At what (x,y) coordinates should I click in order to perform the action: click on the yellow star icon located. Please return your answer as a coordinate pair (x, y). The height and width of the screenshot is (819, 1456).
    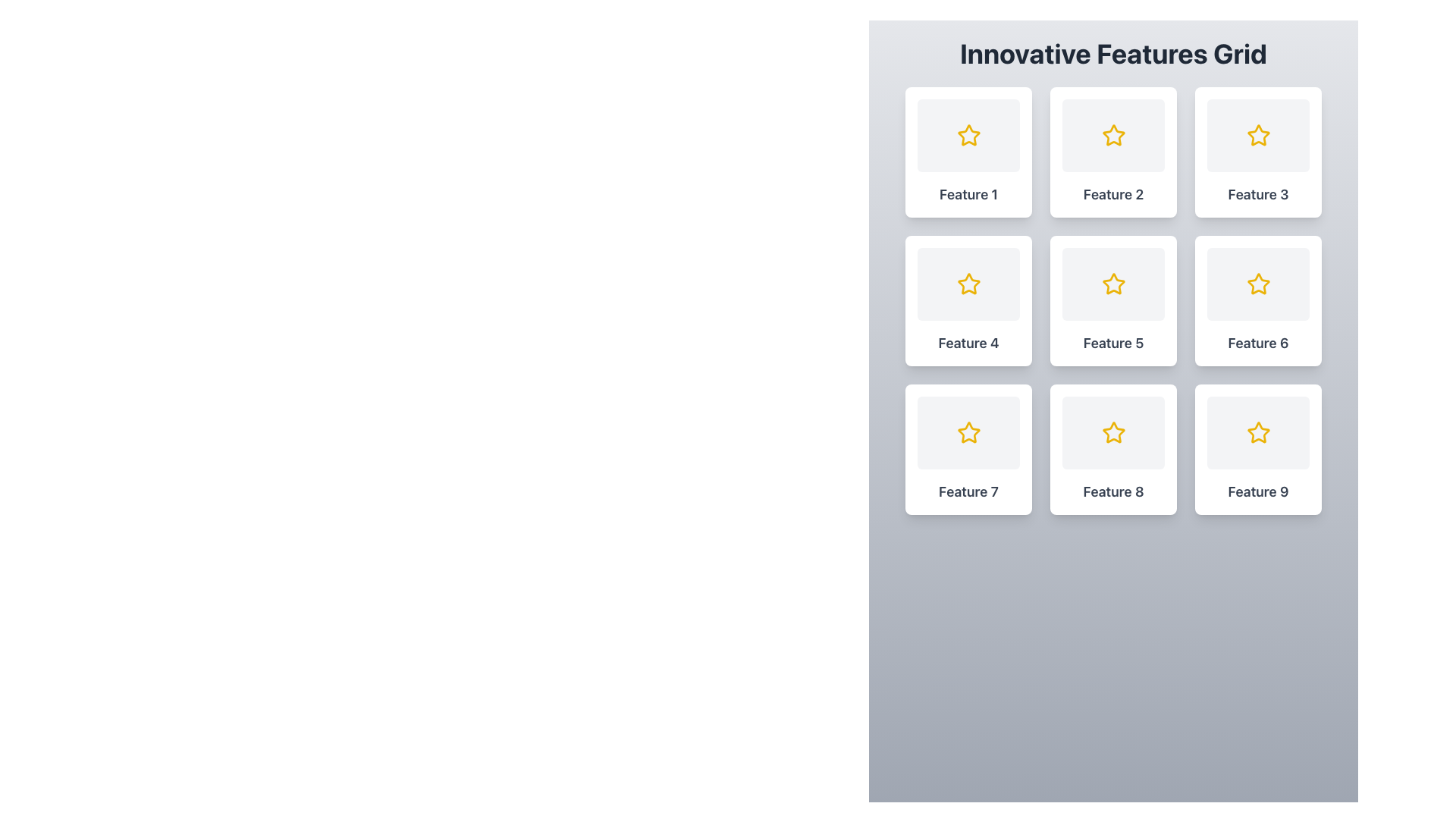
    Looking at the image, I should click on (1113, 432).